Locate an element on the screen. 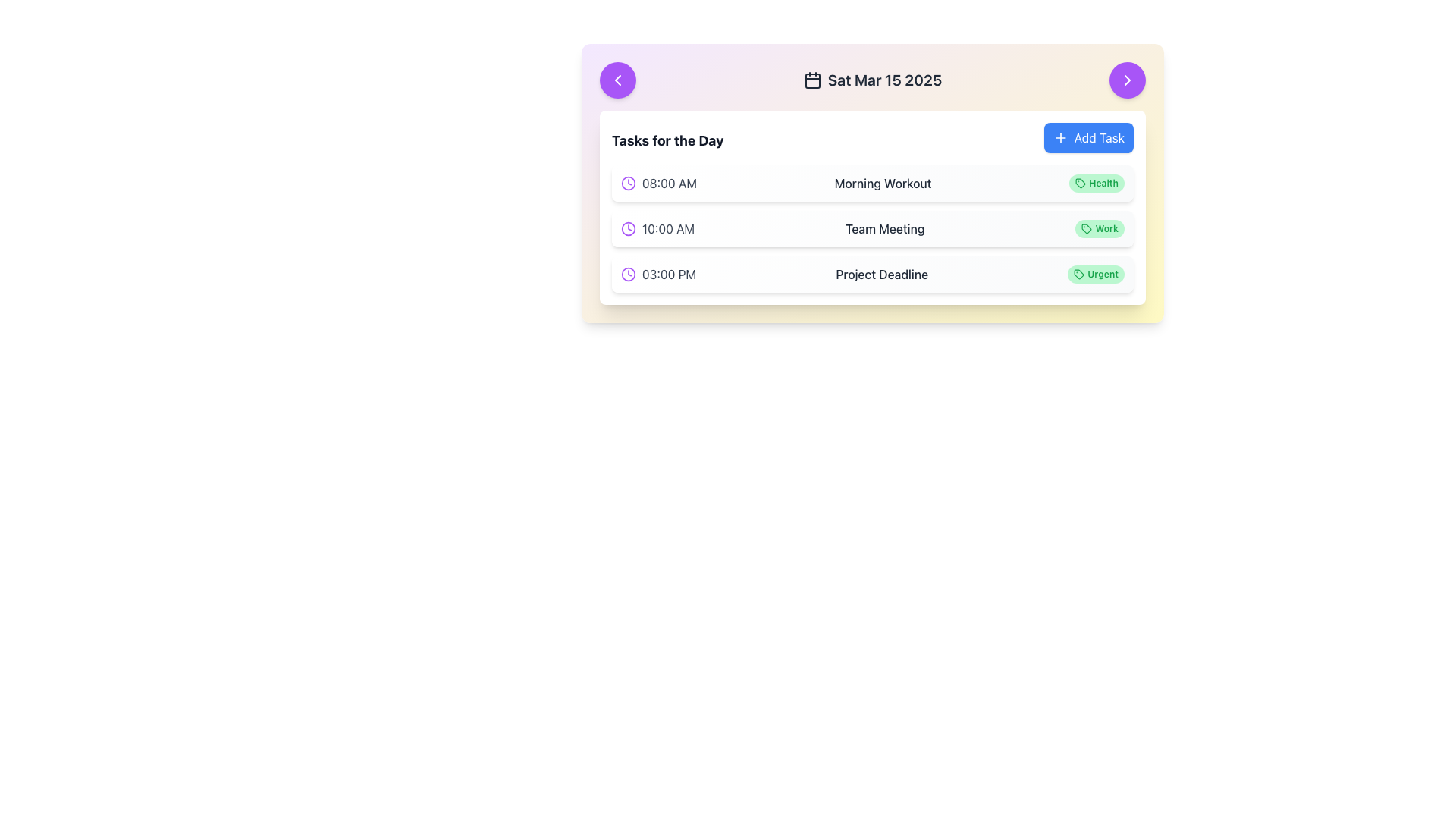  the text label indicating the scheduled time for the 'Morning Workout' task, which is positioned in the first row of the task schedule list next to a clock icon is located at coordinates (669, 183).